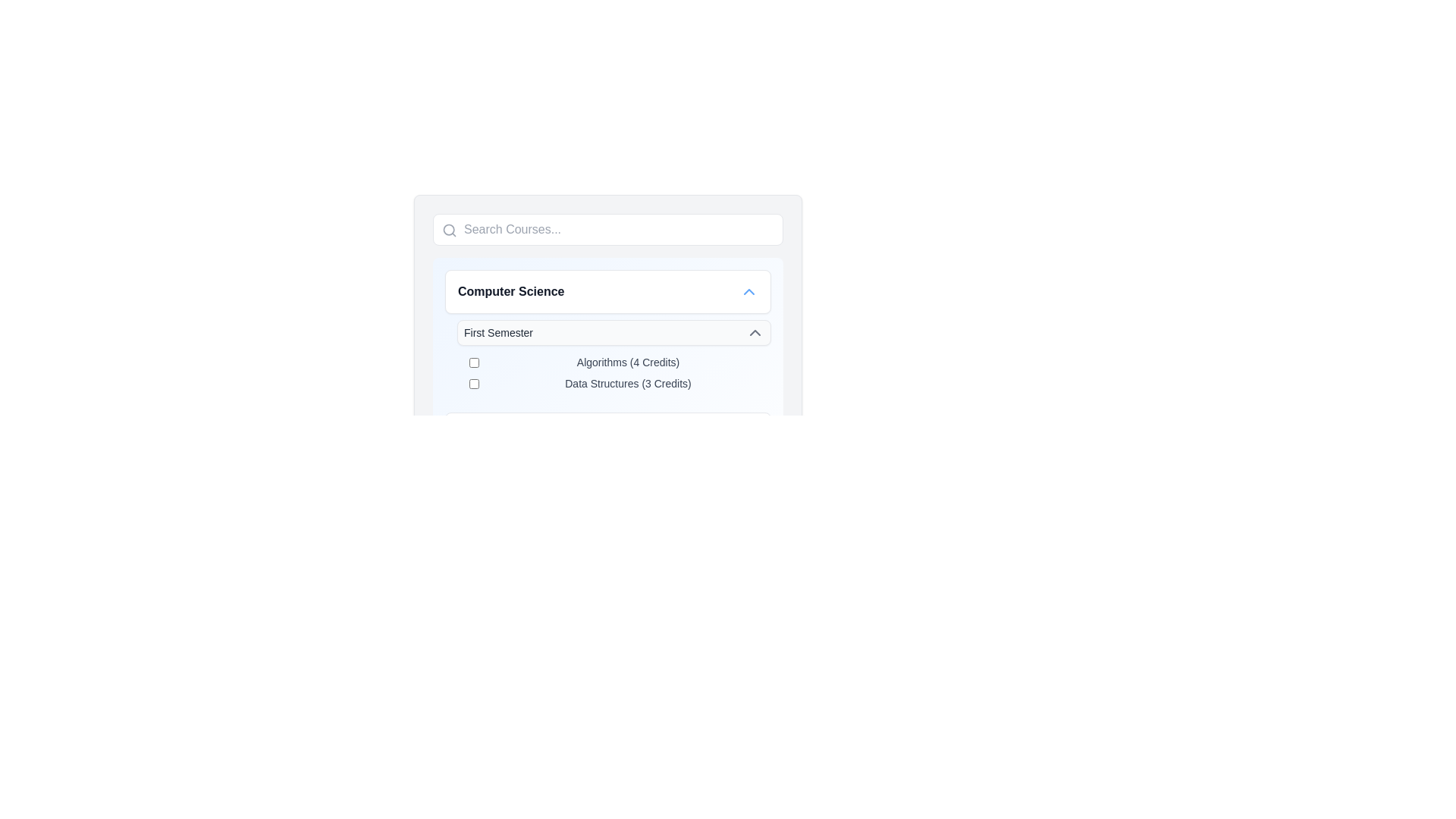 The height and width of the screenshot is (819, 1456). What do you see at coordinates (620, 373) in the screenshot?
I see `the list item group containing 'Algorithms (4 Credits)' and 'Data Structures (3 Credits)' checkboxes` at bounding box center [620, 373].